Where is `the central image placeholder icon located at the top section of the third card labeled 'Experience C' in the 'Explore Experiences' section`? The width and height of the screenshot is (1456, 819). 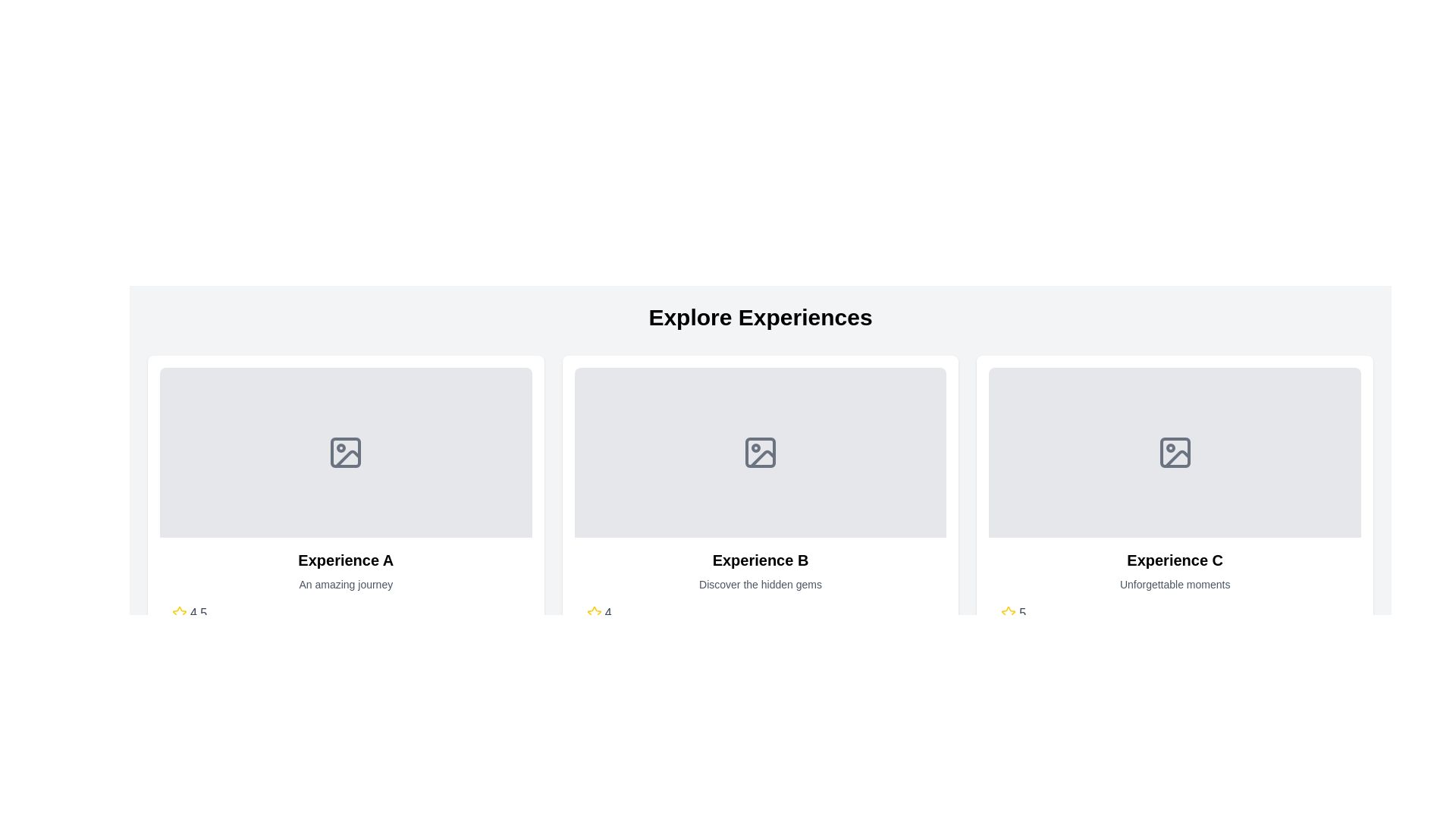
the central image placeholder icon located at the top section of the third card labeled 'Experience C' in the 'Explore Experiences' section is located at coordinates (1174, 452).